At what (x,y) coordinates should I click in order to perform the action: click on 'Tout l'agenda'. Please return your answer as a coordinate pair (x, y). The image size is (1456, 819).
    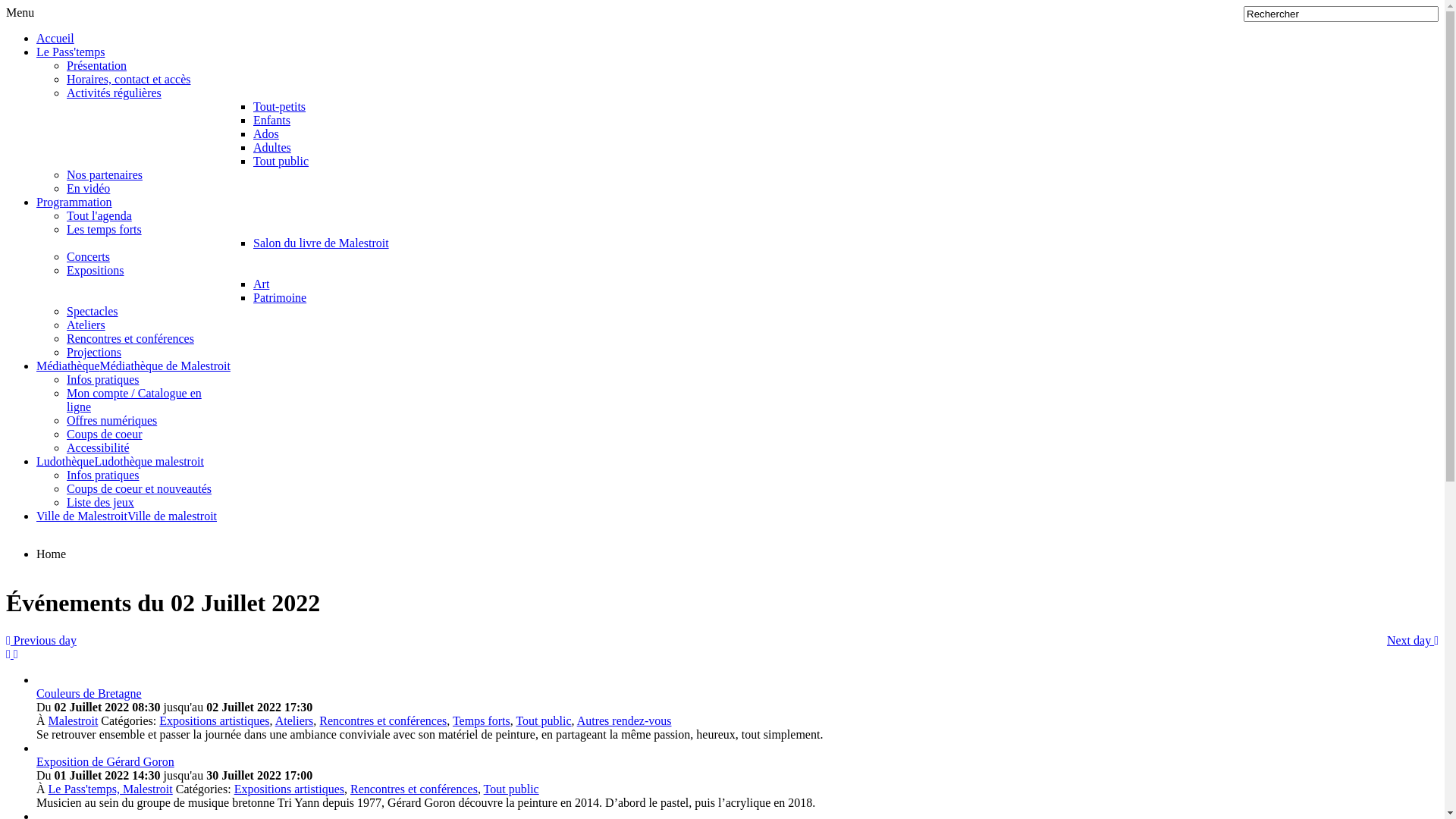
    Looking at the image, I should click on (98, 215).